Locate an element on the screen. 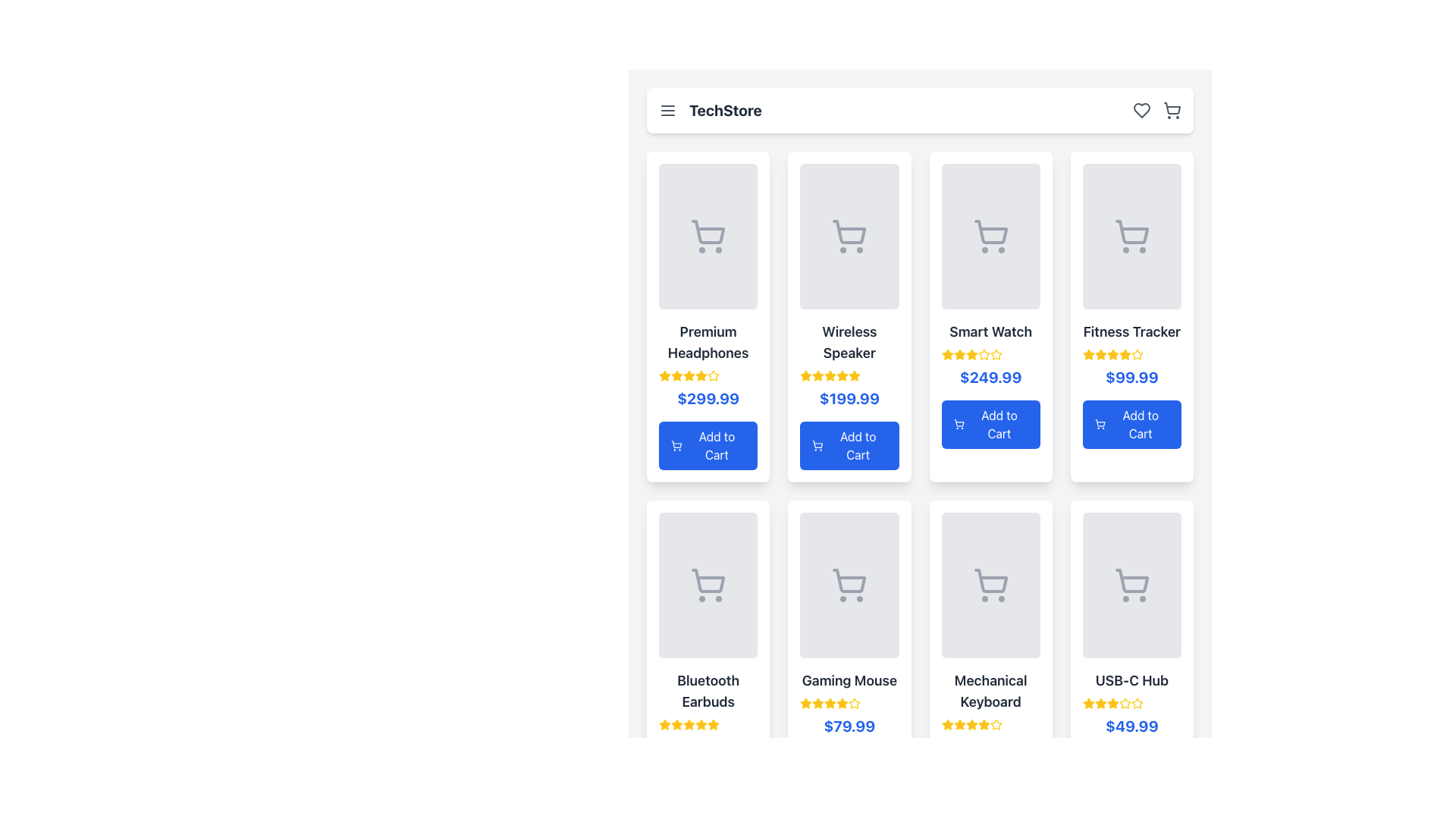 The image size is (1456, 819). the yellow star-shaped rating icon located on the third product card from the left in the top row of the e-commerce interface is located at coordinates (946, 354).